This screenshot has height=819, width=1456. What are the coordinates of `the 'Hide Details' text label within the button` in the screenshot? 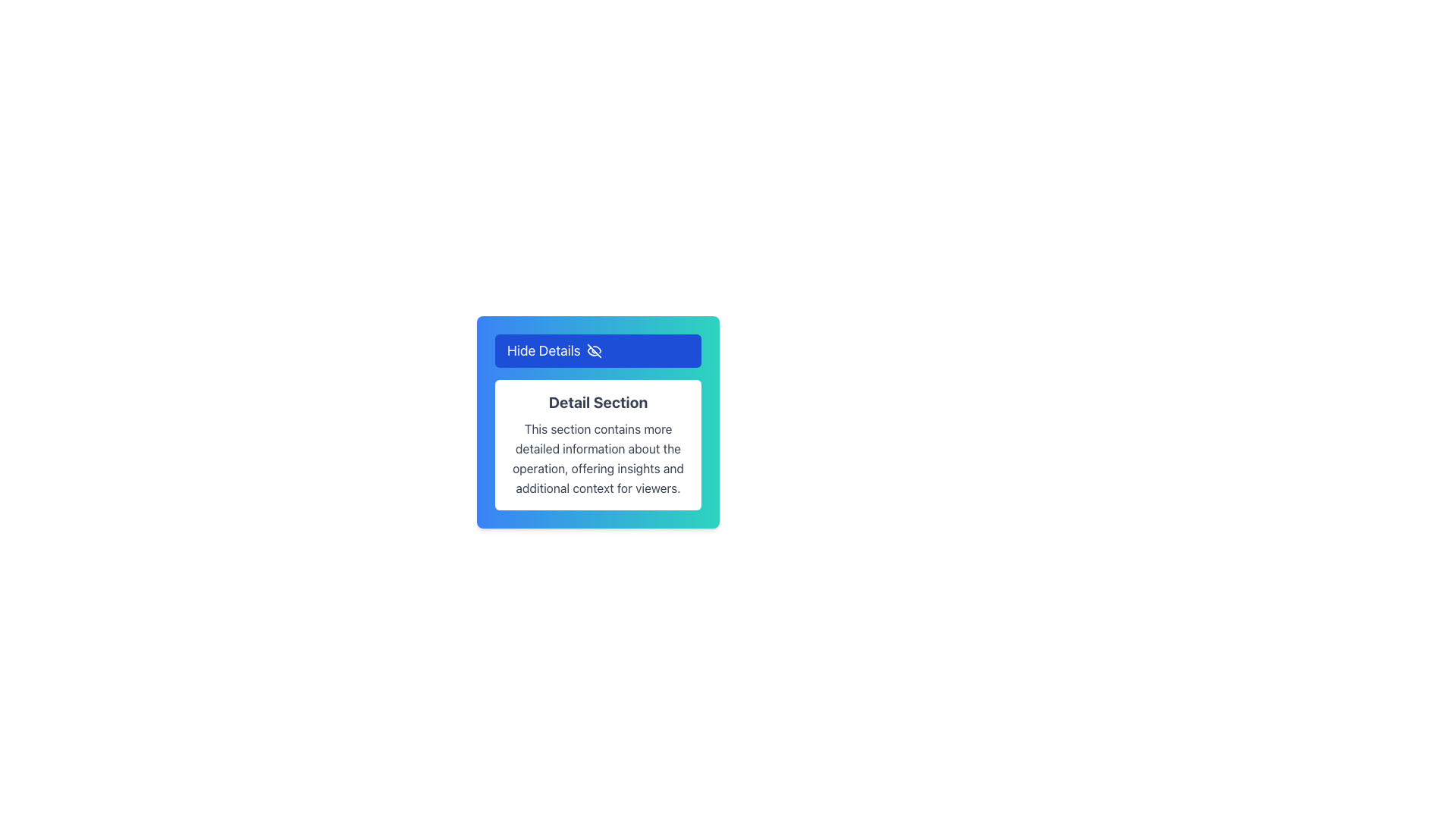 It's located at (544, 350).